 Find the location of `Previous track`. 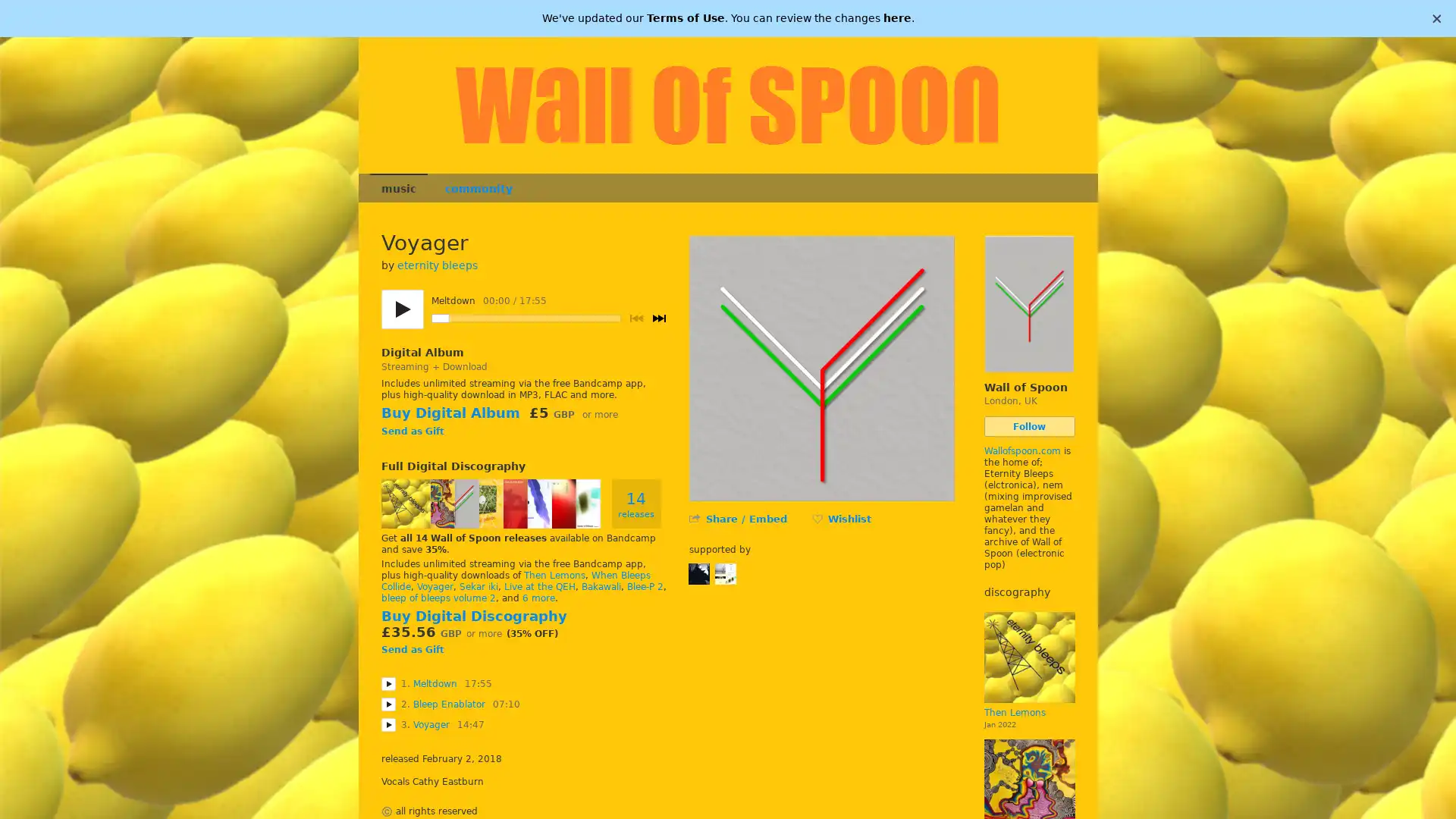

Previous track is located at coordinates (635, 318).